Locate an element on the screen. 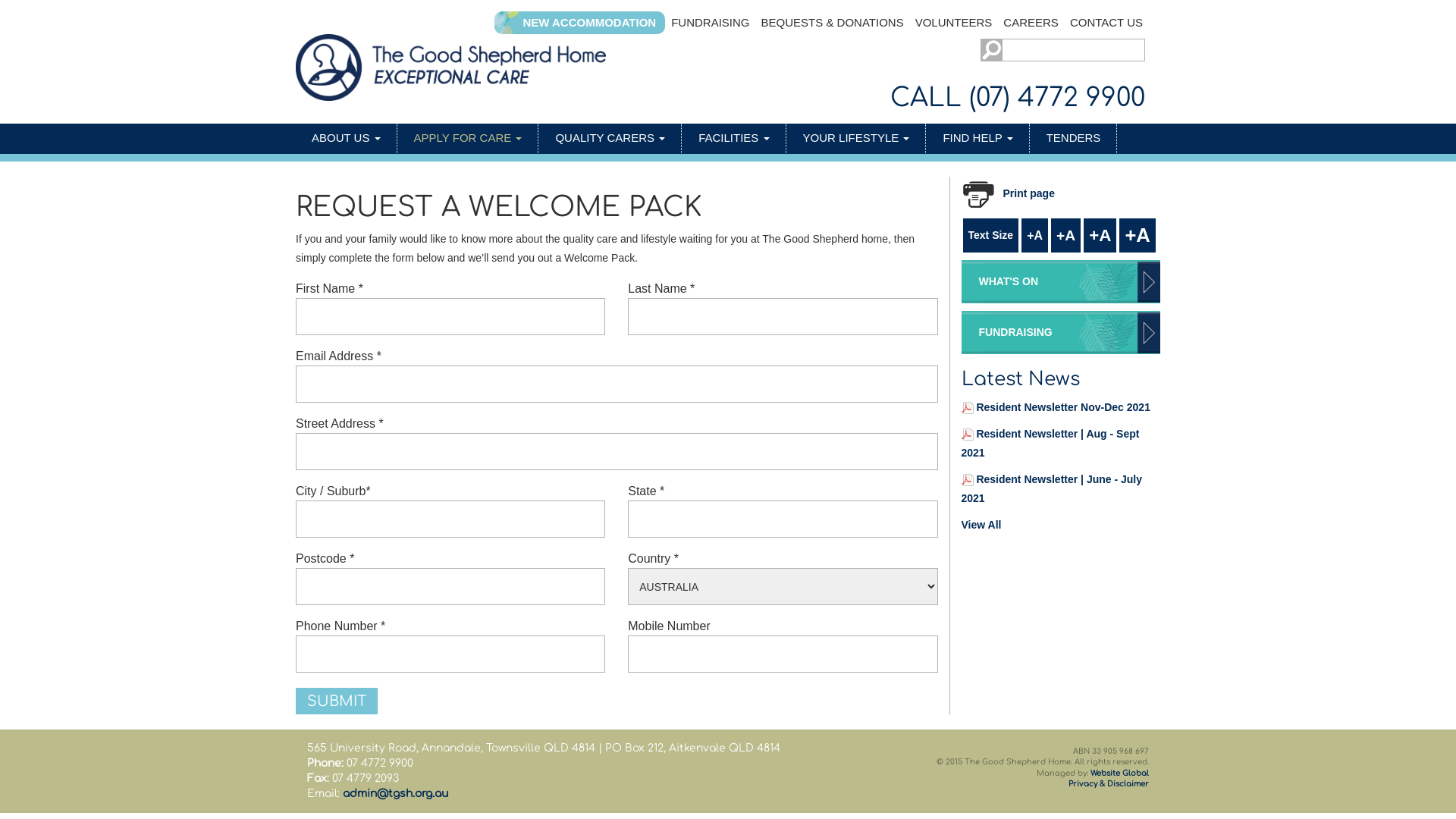 The image size is (1456, 819). 'Privacy & Disclaimer' is located at coordinates (1109, 783).